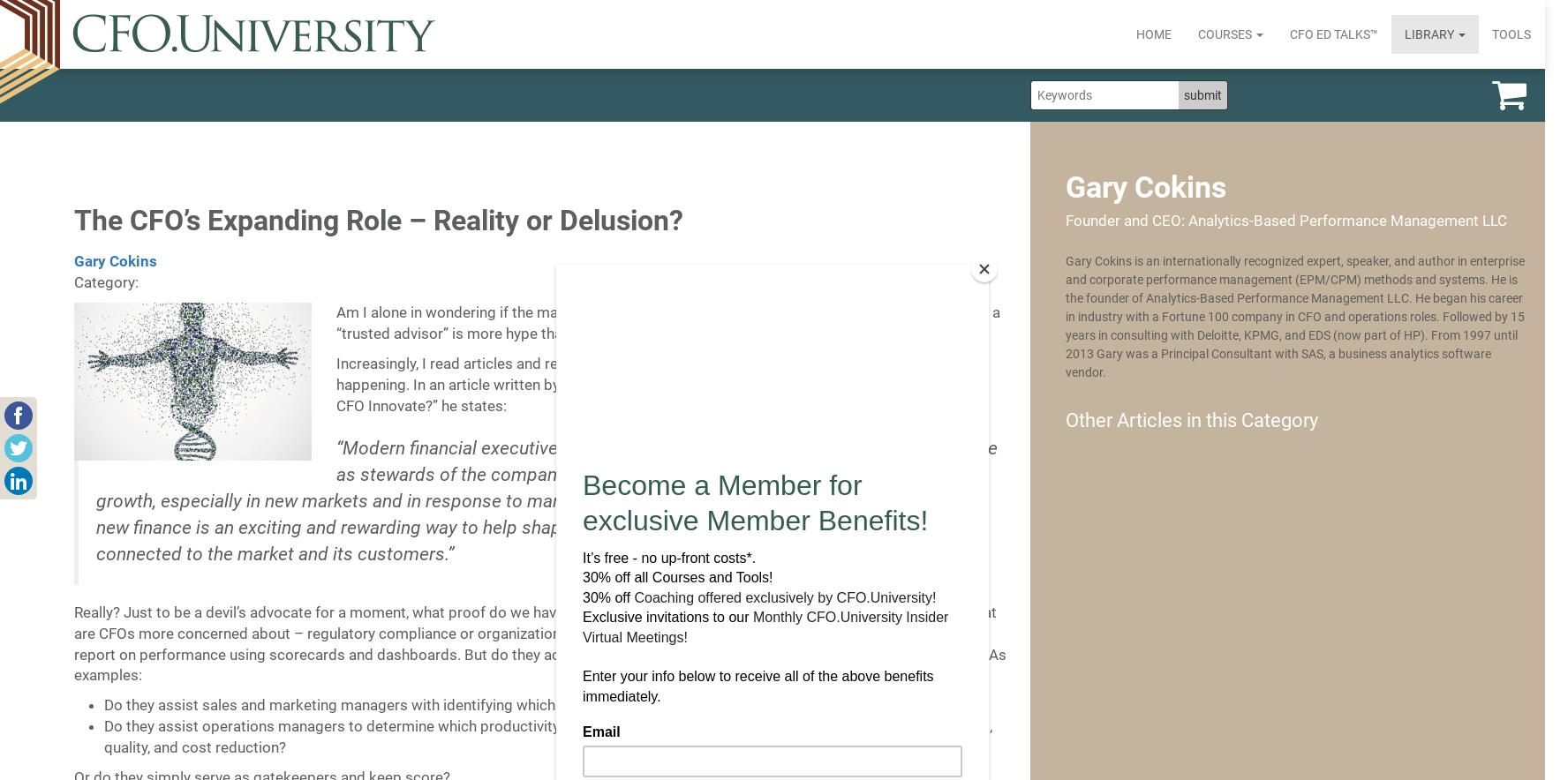  What do you see at coordinates (1333, 33) in the screenshot?
I see `'CFO Ed Talks™'` at bounding box center [1333, 33].